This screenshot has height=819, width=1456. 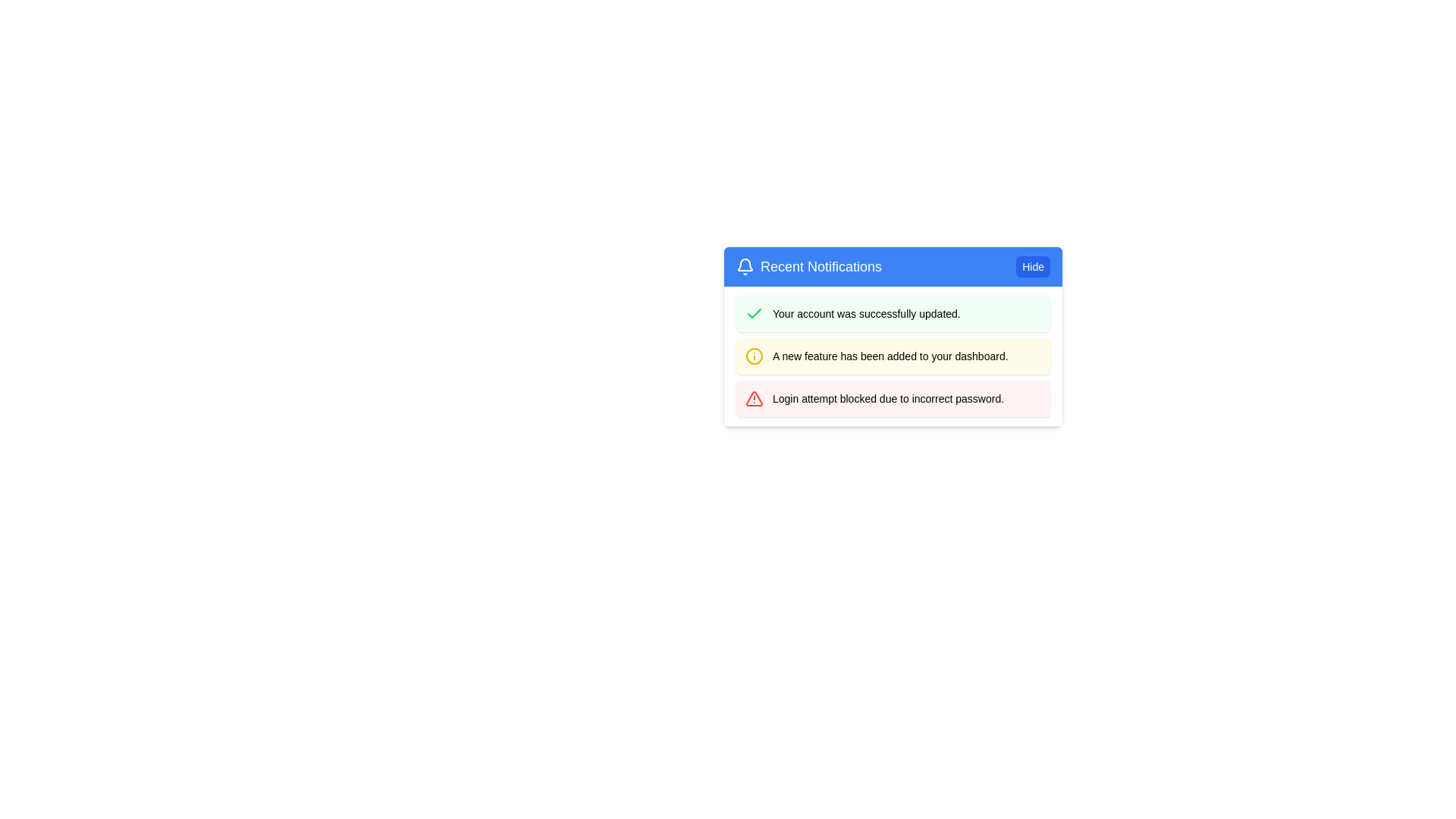 What do you see at coordinates (1032, 265) in the screenshot?
I see `the blue button labeled 'Hide' located` at bounding box center [1032, 265].